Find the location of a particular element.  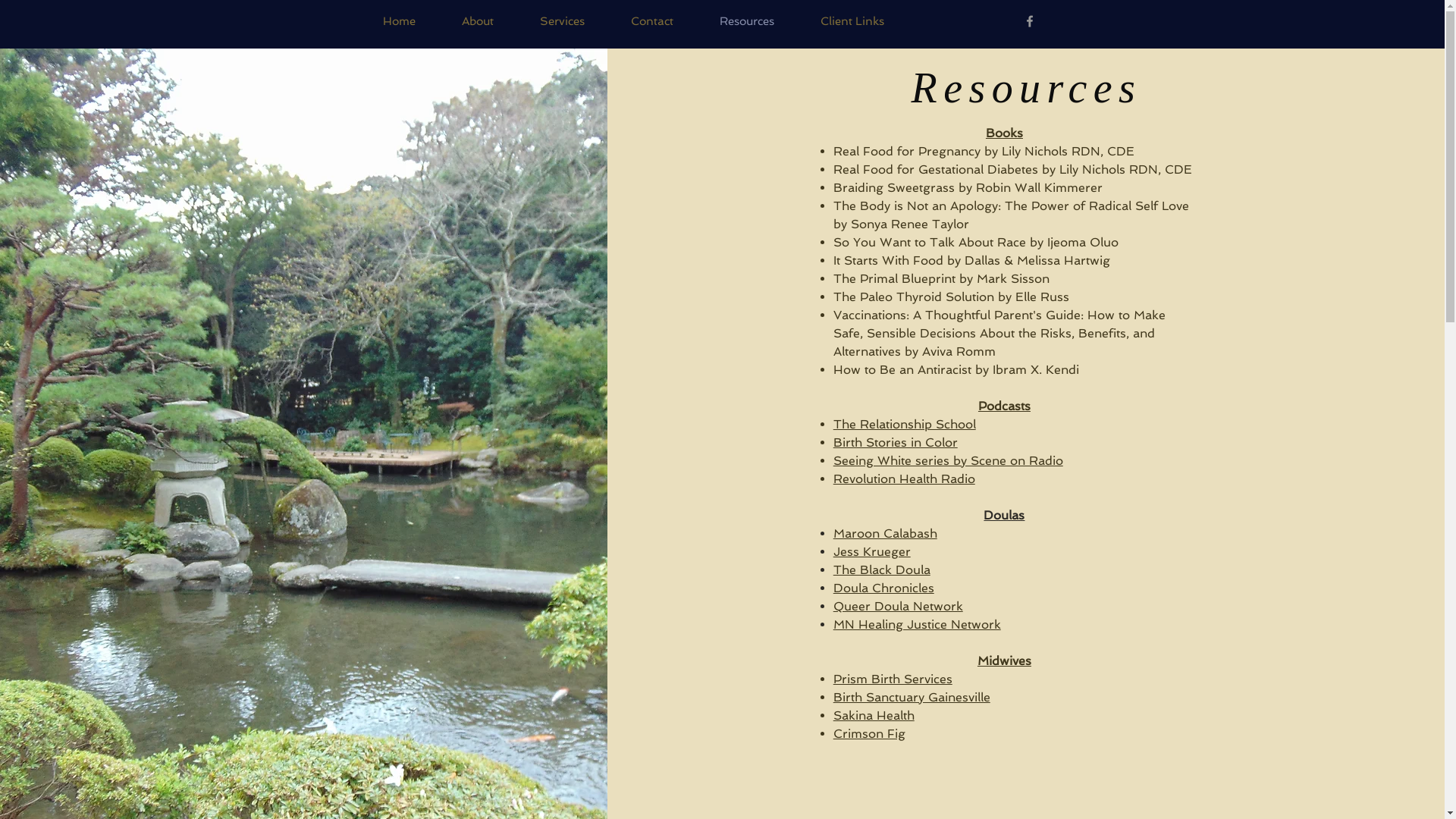

'Maroon Calabash' is located at coordinates (885, 532).